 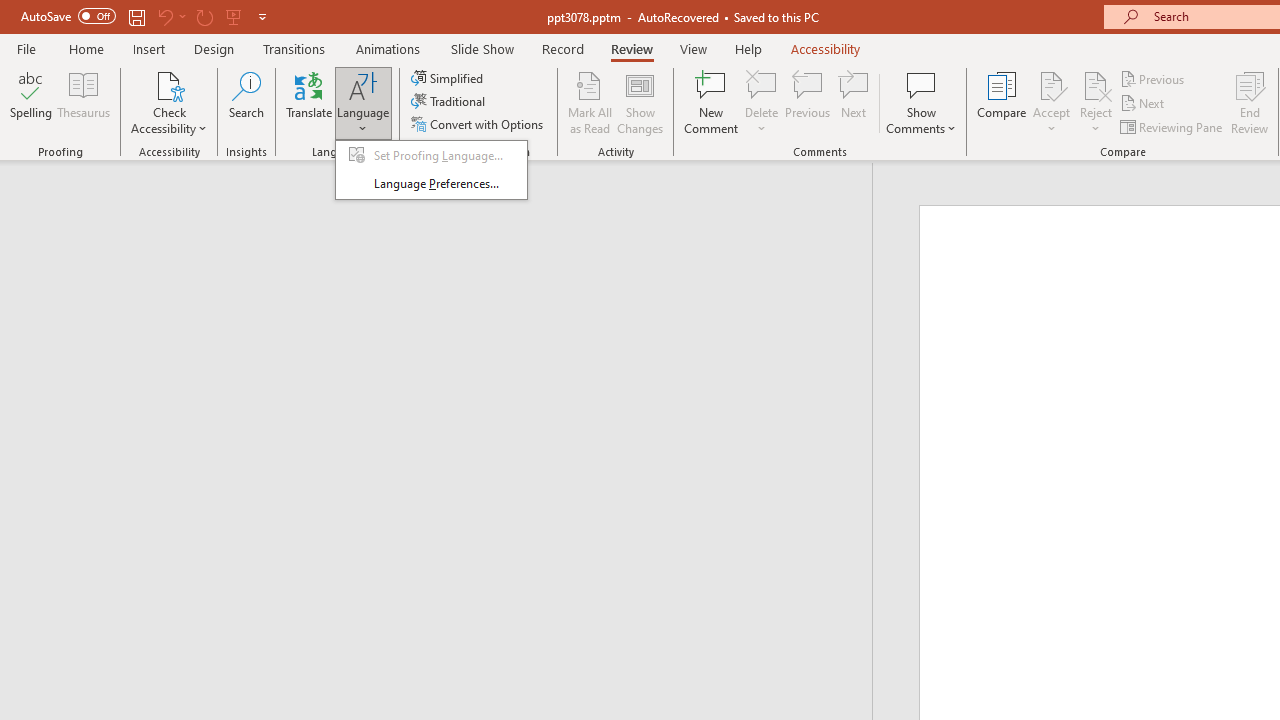 I want to click on 'Reject', so click(x=1095, y=103).